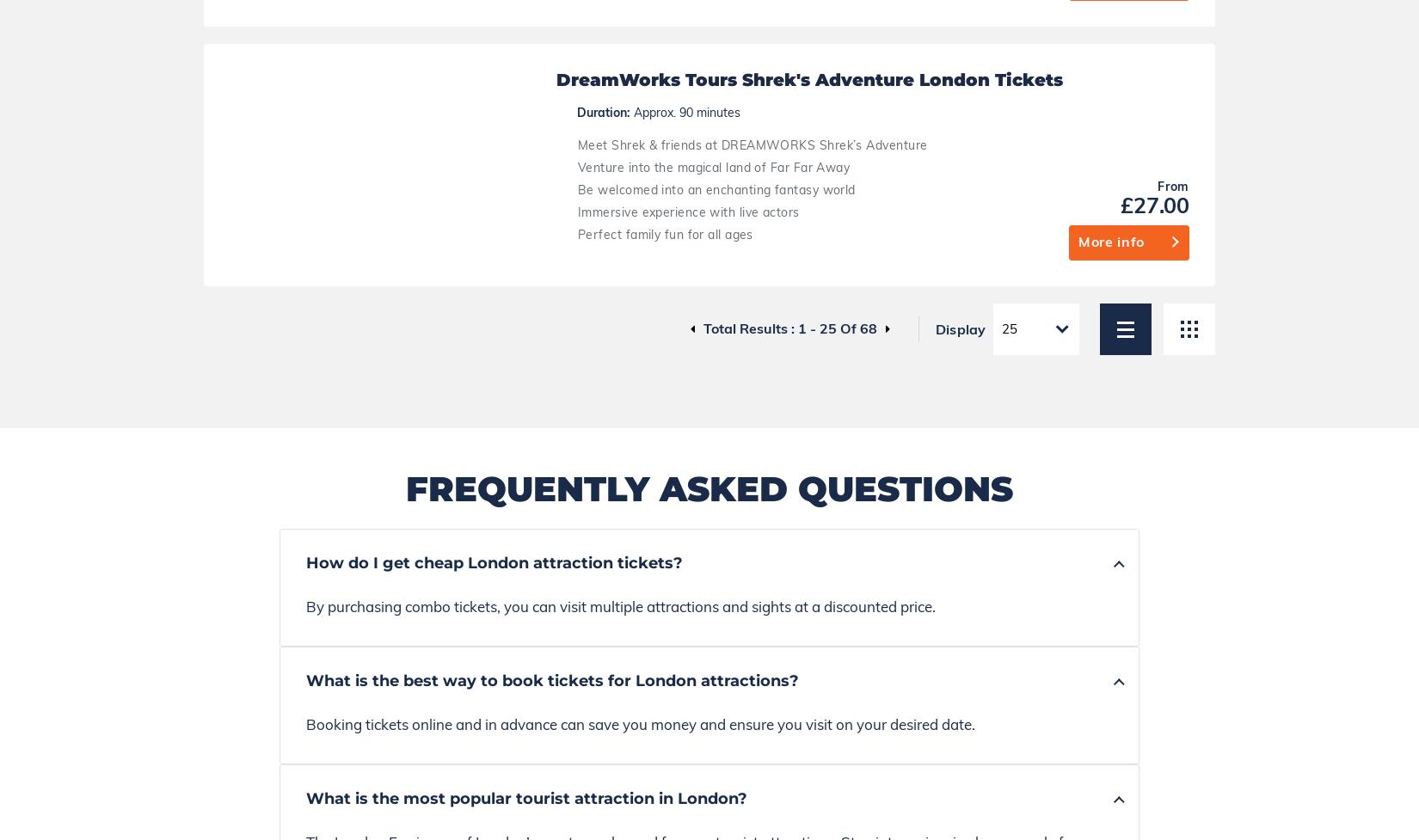 Image resolution: width=1419 pixels, height=840 pixels. Describe the element at coordinates (1064, 610) in the screenshot. I see `'Open Top Bus Tours'` at that location.